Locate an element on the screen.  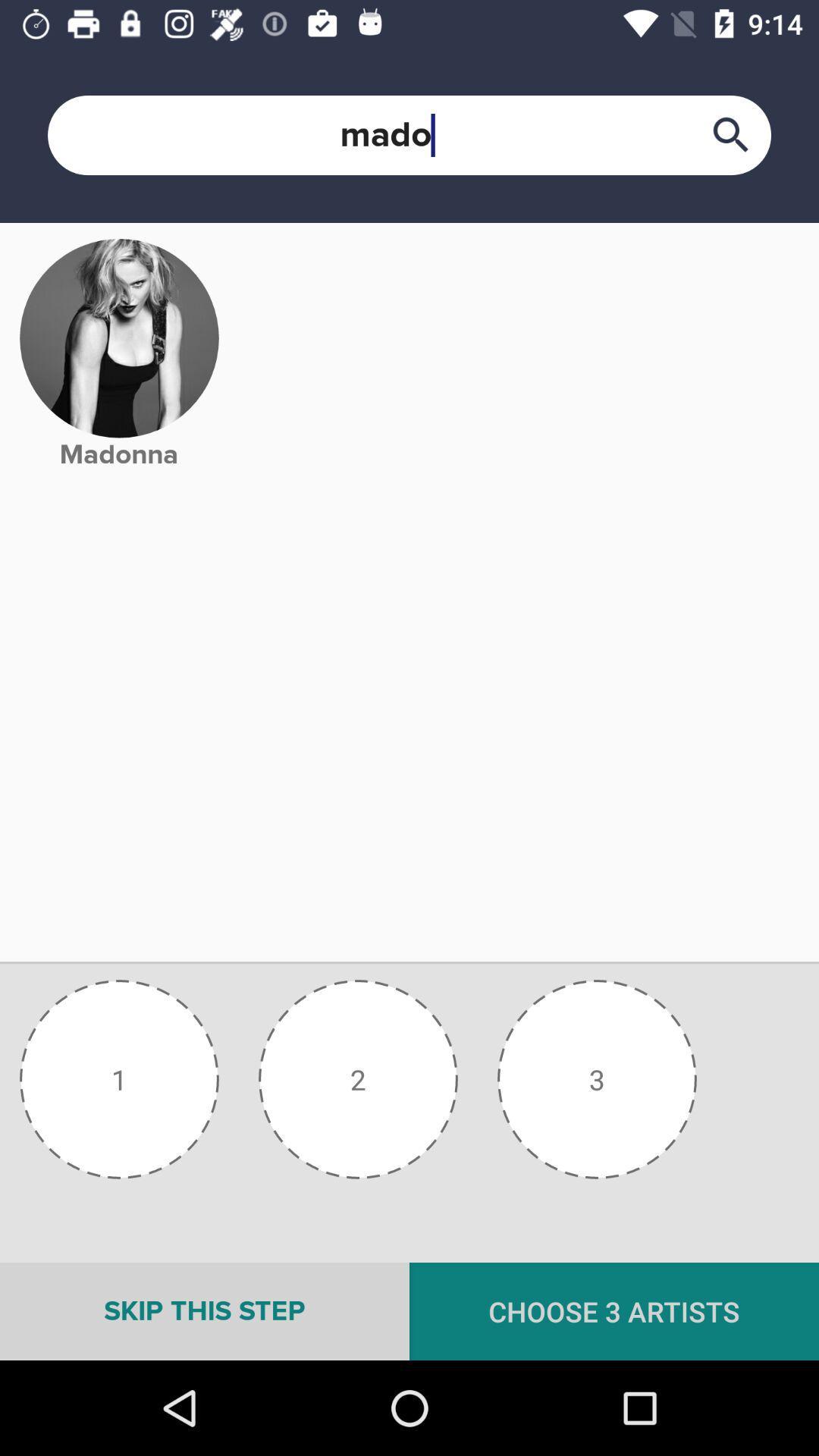
the dotted circle which has 2 on it is located at coordinates (358, 1078).